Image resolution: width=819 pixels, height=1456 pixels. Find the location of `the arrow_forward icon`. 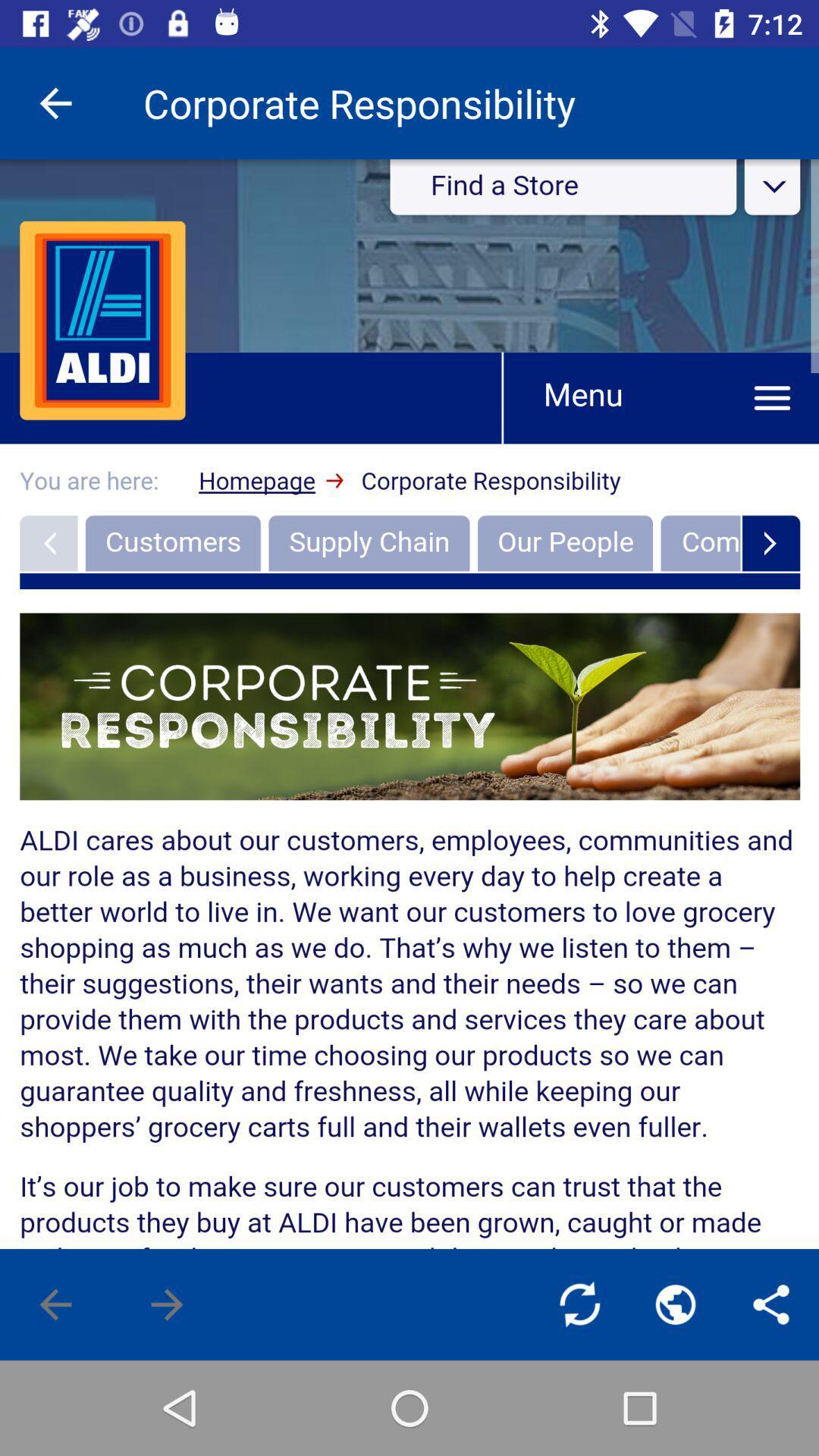

the arrow_forward icon is located at coordinates (167, 1304).